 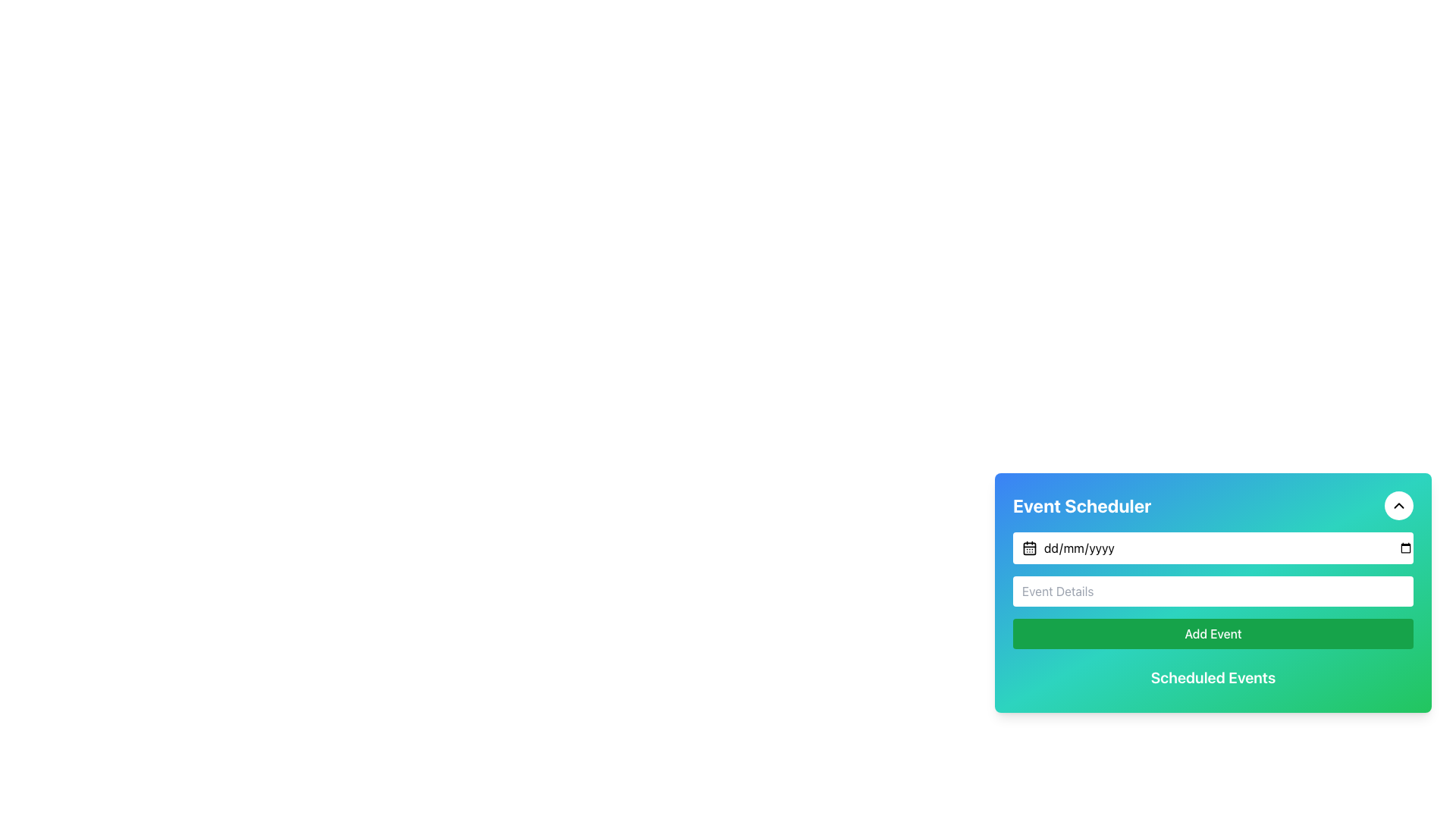 I want to click on the 'Scheduled Events' text label, which is styled in bold white on a gradient background, located at the bottom of the 'Event Scheduler' card, so click(x=1212, y=677).